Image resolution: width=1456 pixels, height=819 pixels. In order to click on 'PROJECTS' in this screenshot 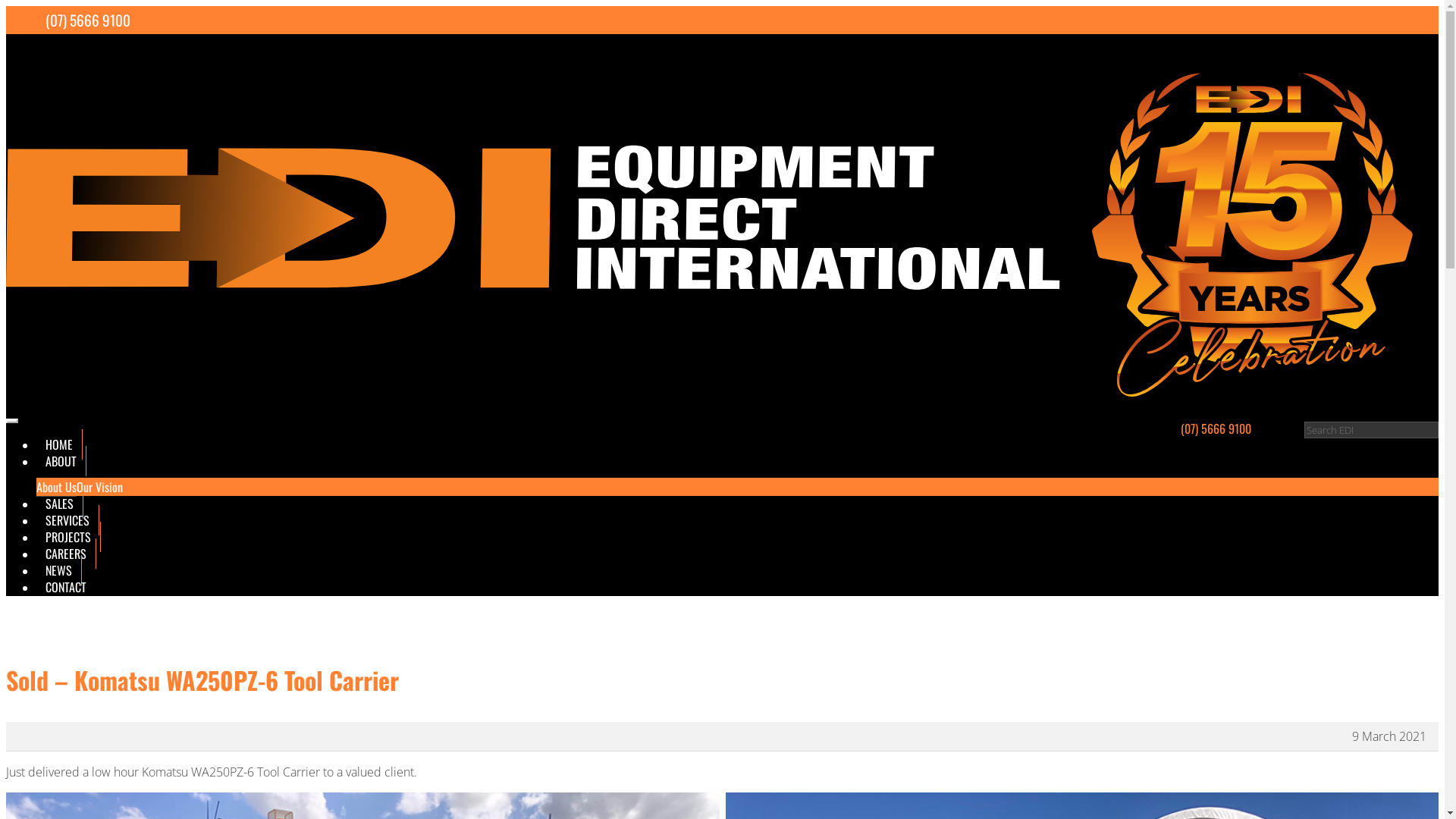, I will do `click(36, 536)`.